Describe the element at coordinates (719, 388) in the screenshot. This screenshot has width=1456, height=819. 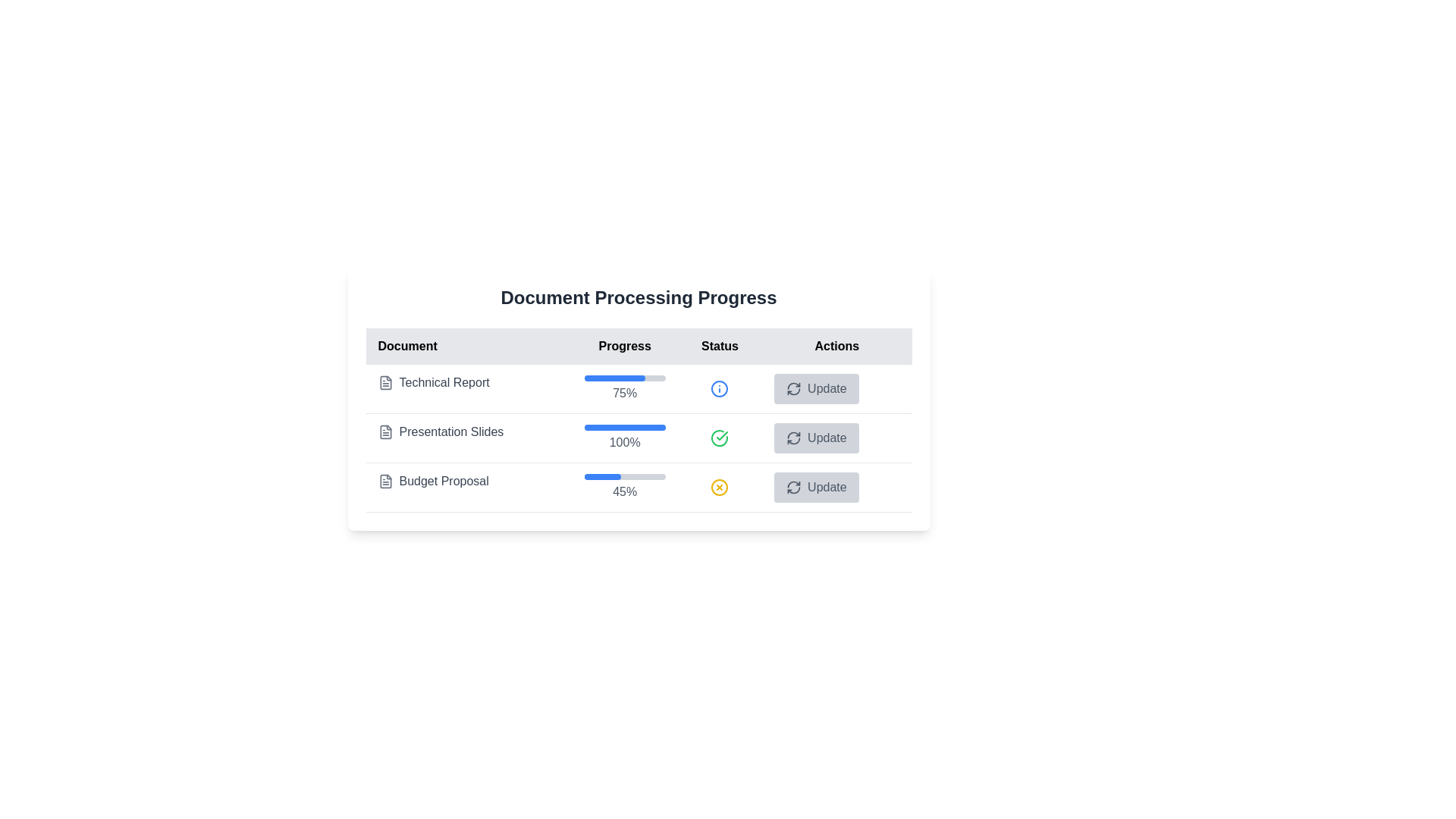
I see `the SVG Circle with a blue border in the 'Status' column of the first row corresponding to the 'Technical Report' entry` at that location.